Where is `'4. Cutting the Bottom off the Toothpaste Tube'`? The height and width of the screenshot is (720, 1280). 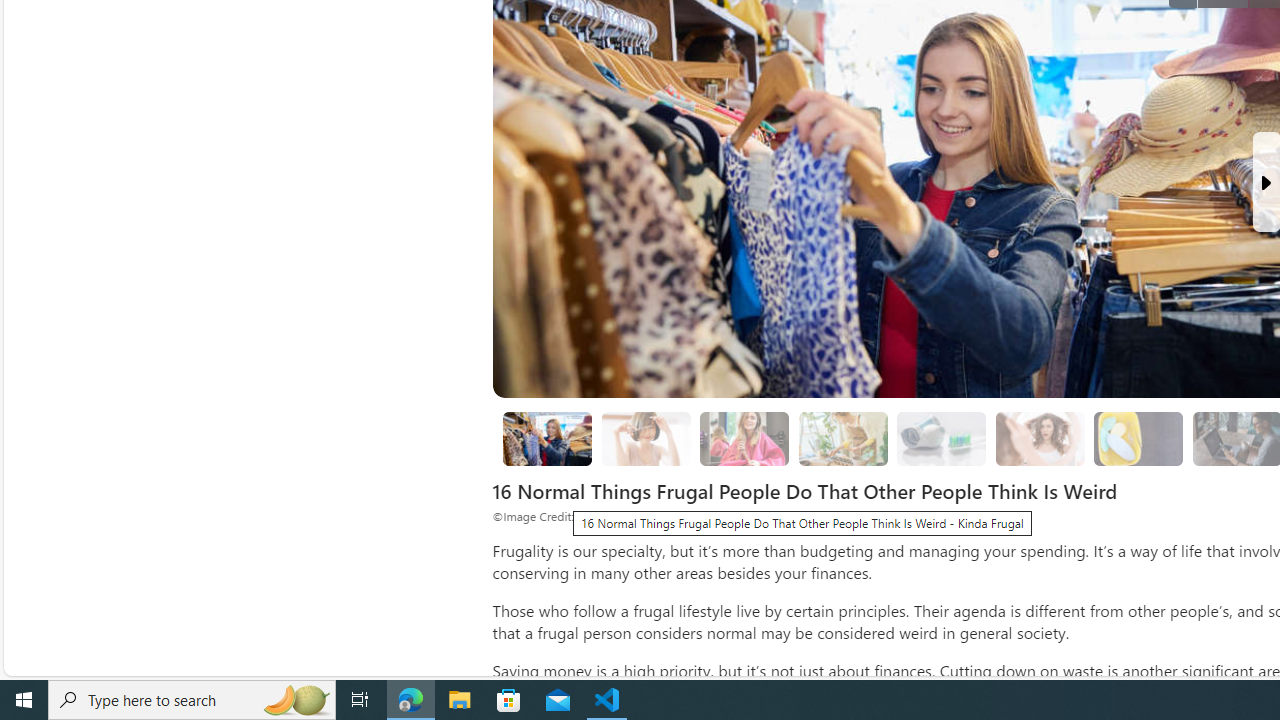
'4. Cutting the Bottom off the Toothpaste Tube' is located at coordinates (941, 437).